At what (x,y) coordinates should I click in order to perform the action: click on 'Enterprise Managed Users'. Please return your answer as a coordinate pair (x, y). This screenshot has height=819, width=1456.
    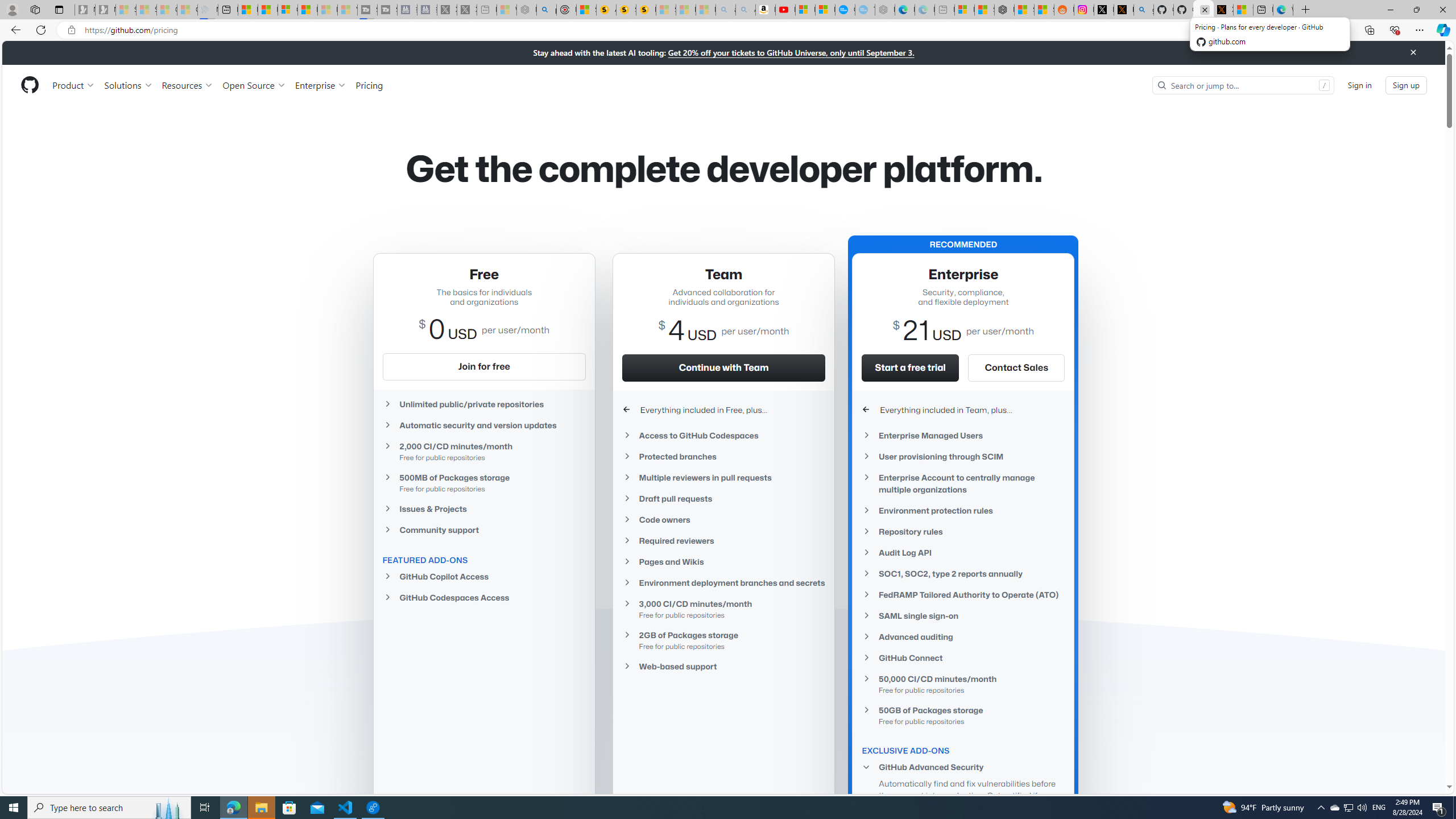
    Looking at the image, I should click on (963, 435).